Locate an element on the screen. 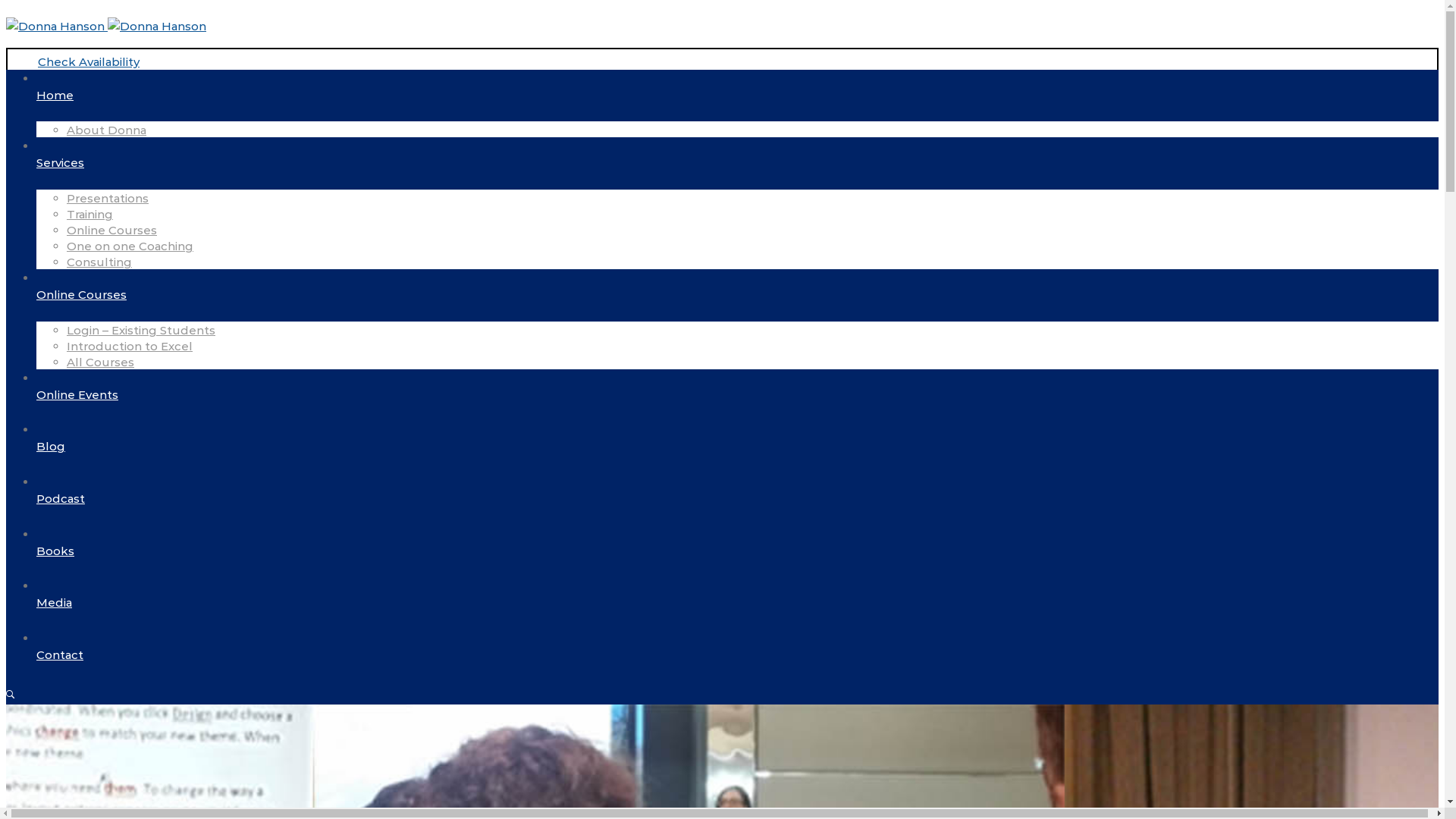  'About Donna' is located at coordinates (752, 130).